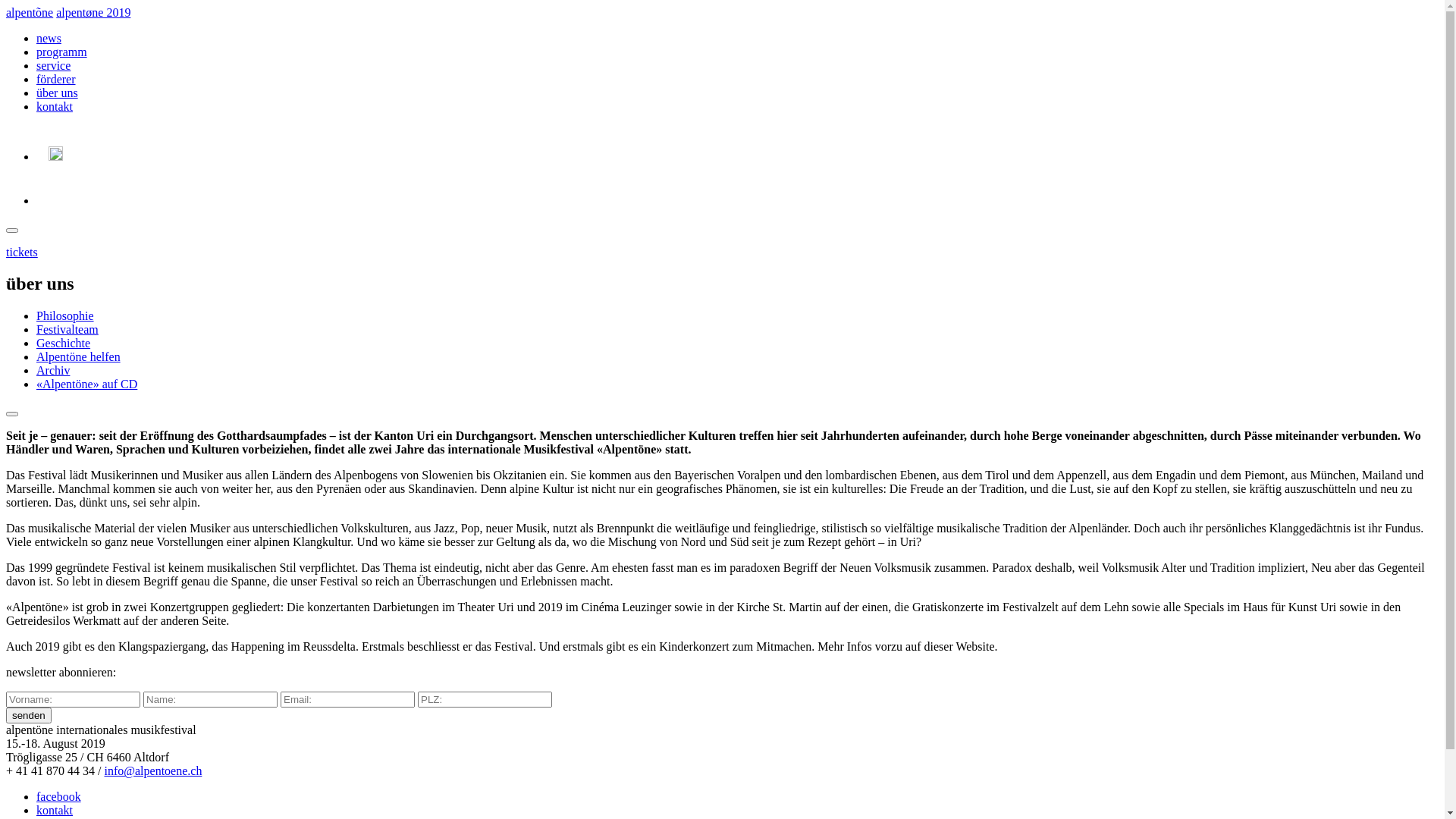 Image resolution: width=1456 pixels, height=819 pixels. I want to click on 'news', so click(49, 37).